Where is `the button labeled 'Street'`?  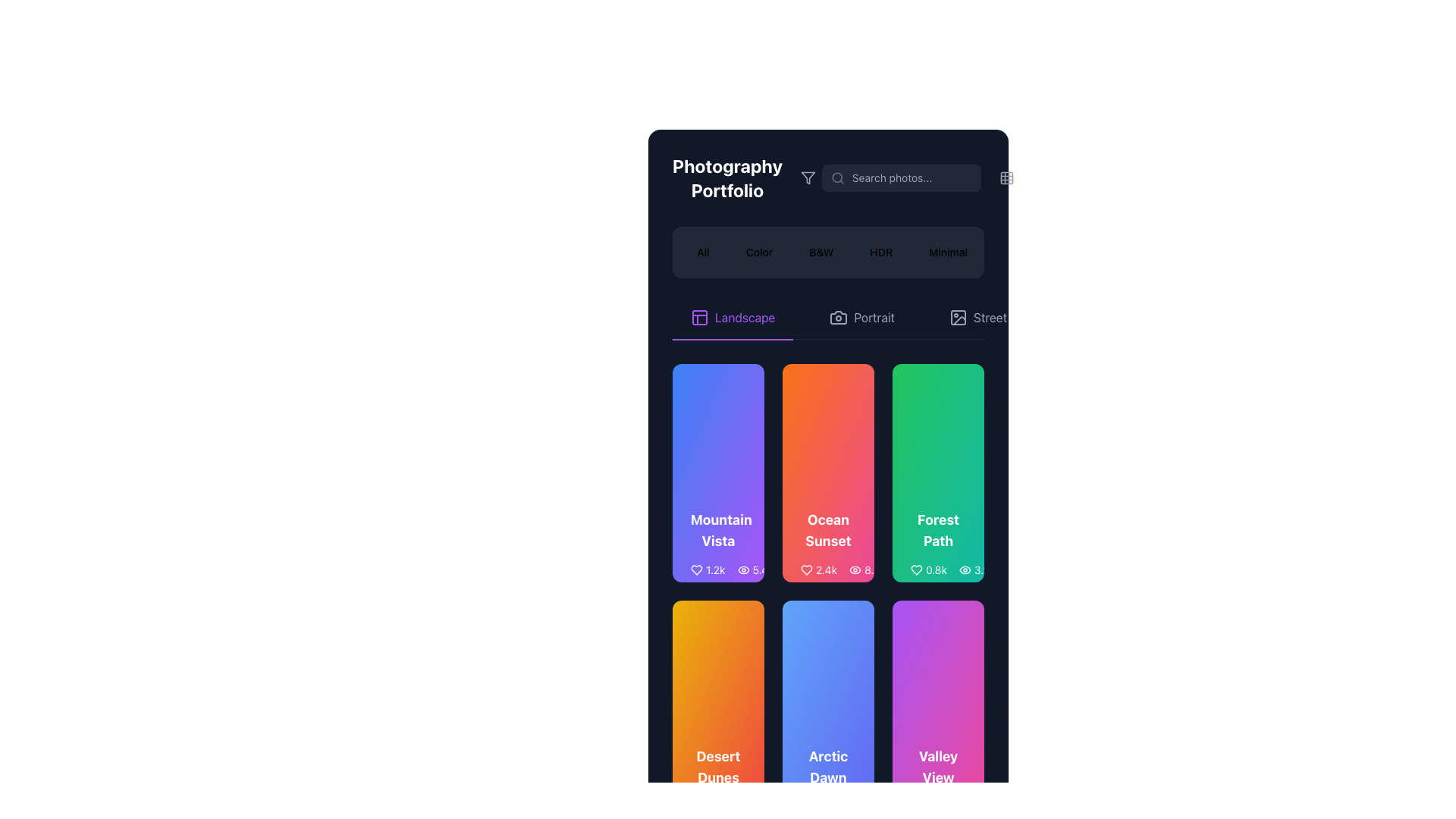
the button labeled 'Street' is located at coordinates (978, 317).